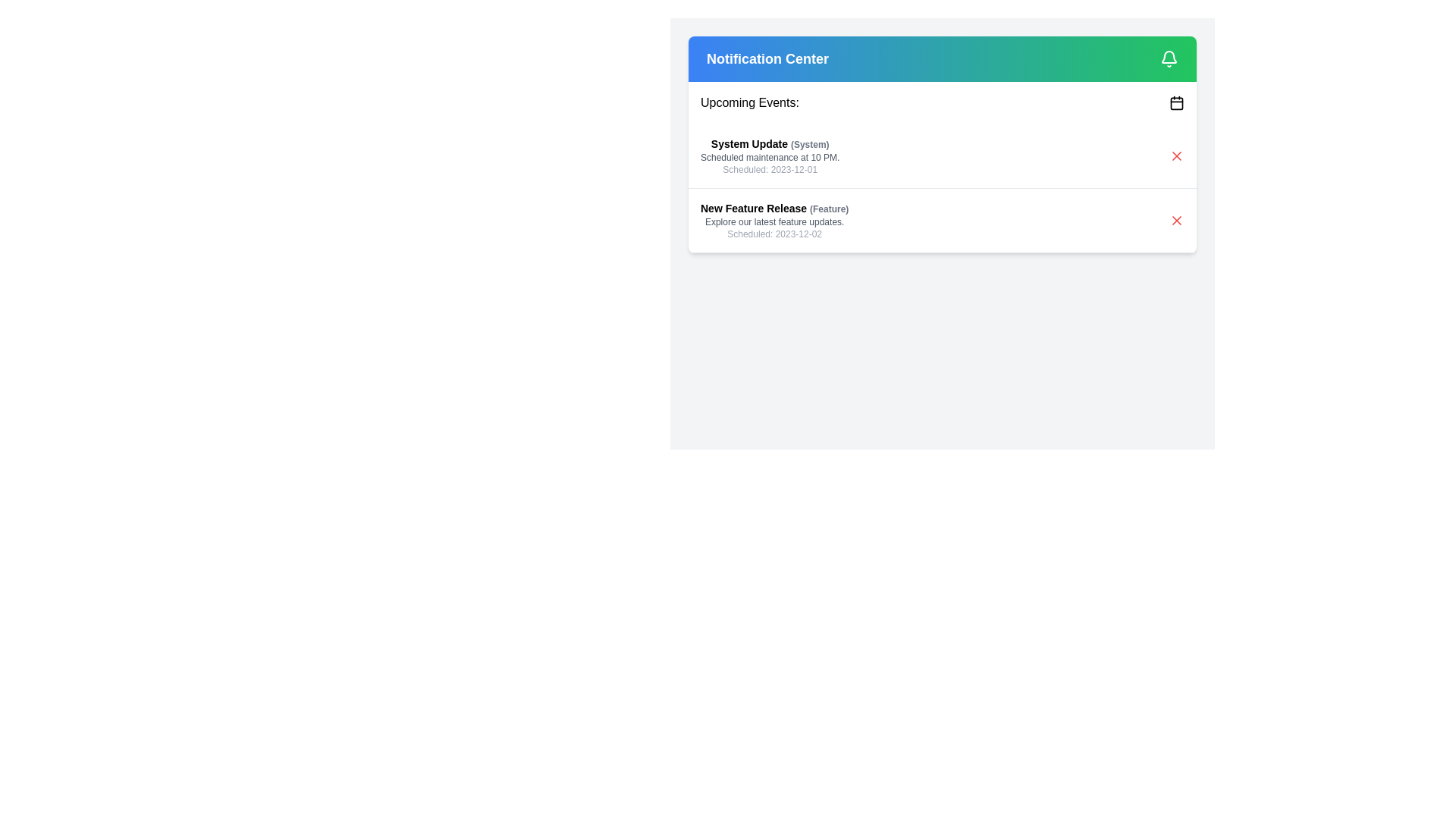 The height and width of the screenshot is (819, 1456). Describe the element at coordinates (1168, 58) in the screenshot. I see `the bell-shaped notification icon located in the upper-right corner of the Notification Center, which has a distinct circular base and is styled with a simple linear design on a green gradient background` at that location.